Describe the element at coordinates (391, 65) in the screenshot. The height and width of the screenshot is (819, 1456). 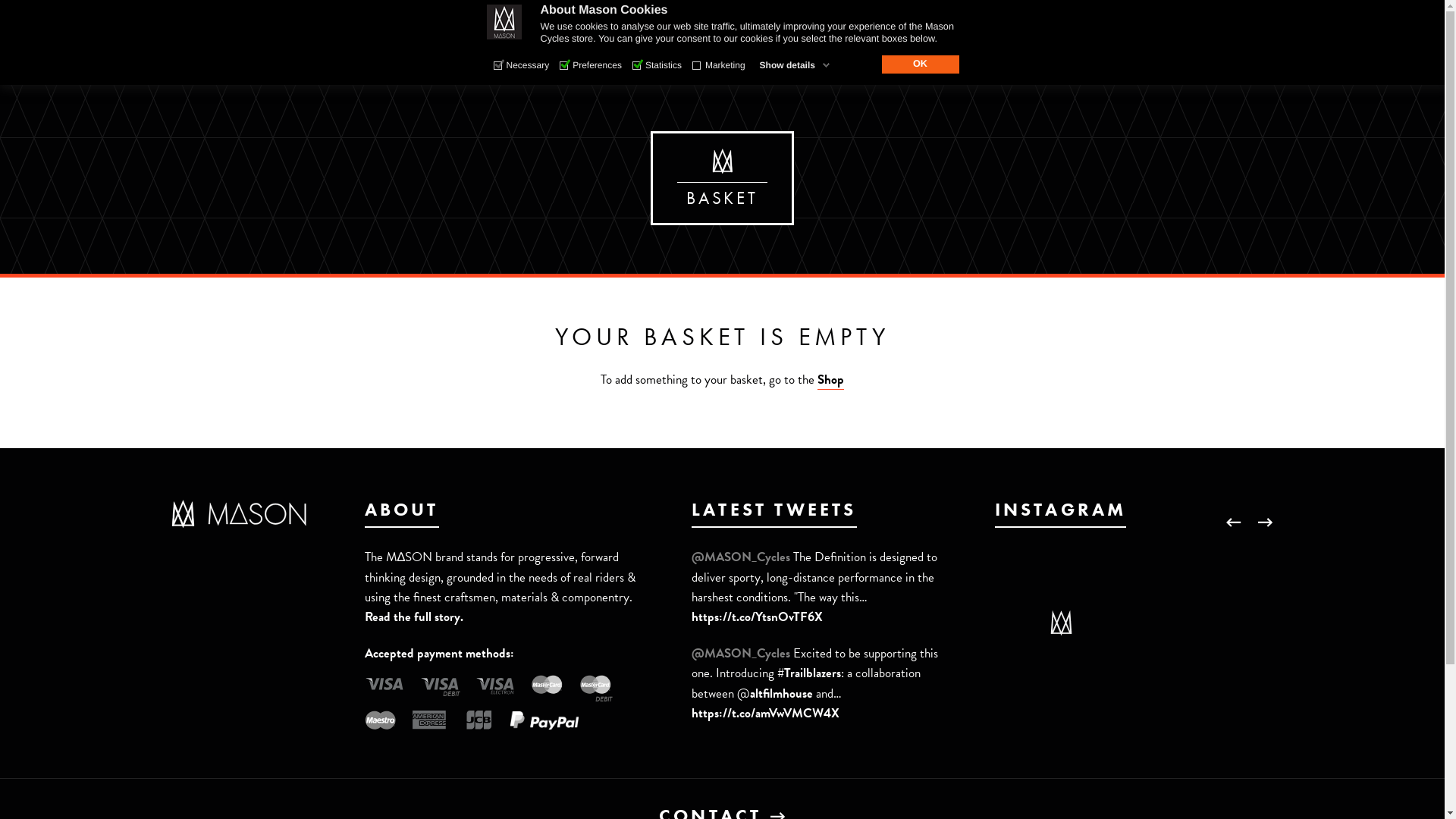
I see `'ALL'` at that location.